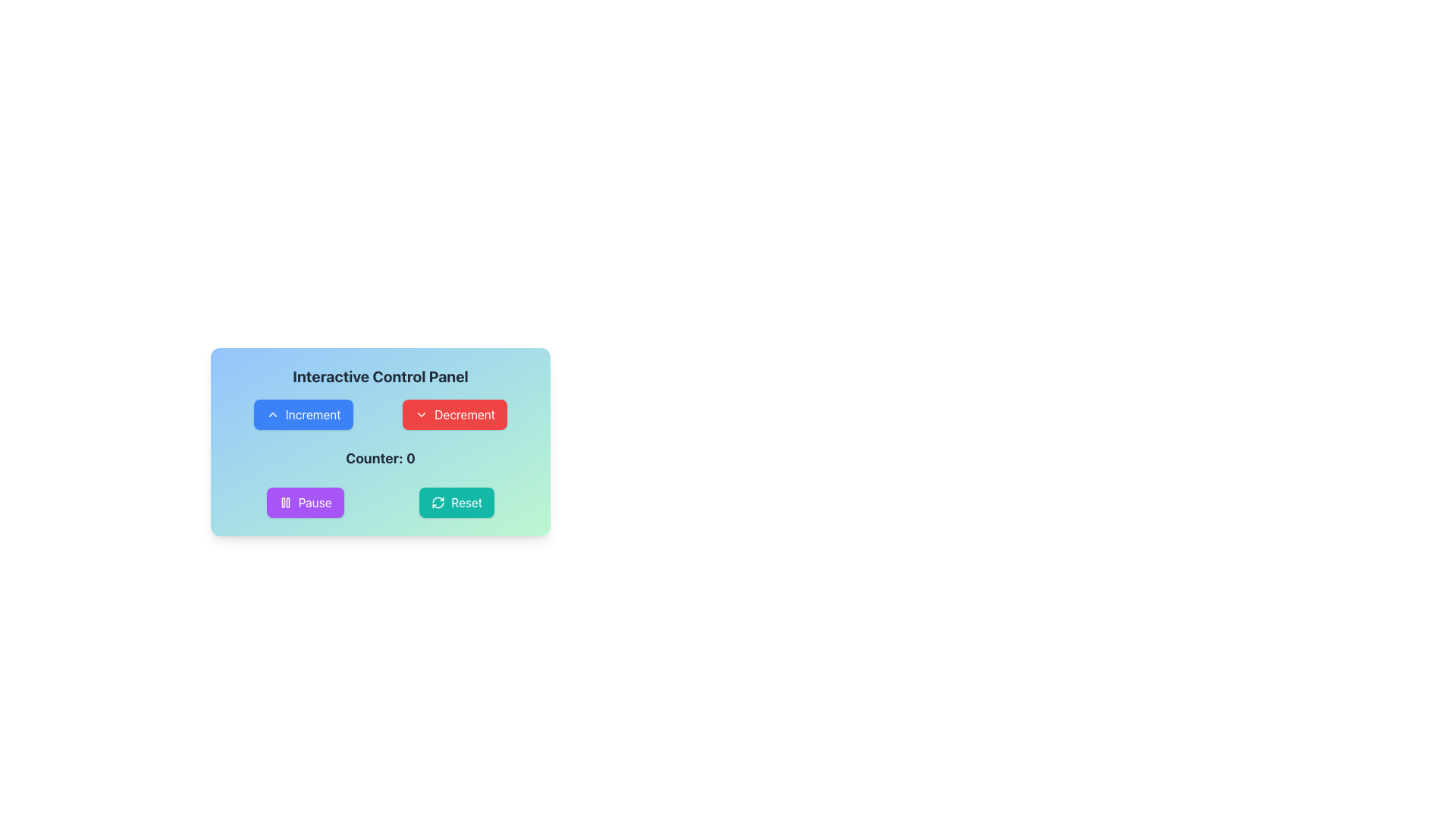 This screenshot has height=819, width=1456. I want to click on the prominent red 'Decrement' button featuring white text and a downward arrow icon, located to the right of the blue 'Increment' button, so click(454, 415).